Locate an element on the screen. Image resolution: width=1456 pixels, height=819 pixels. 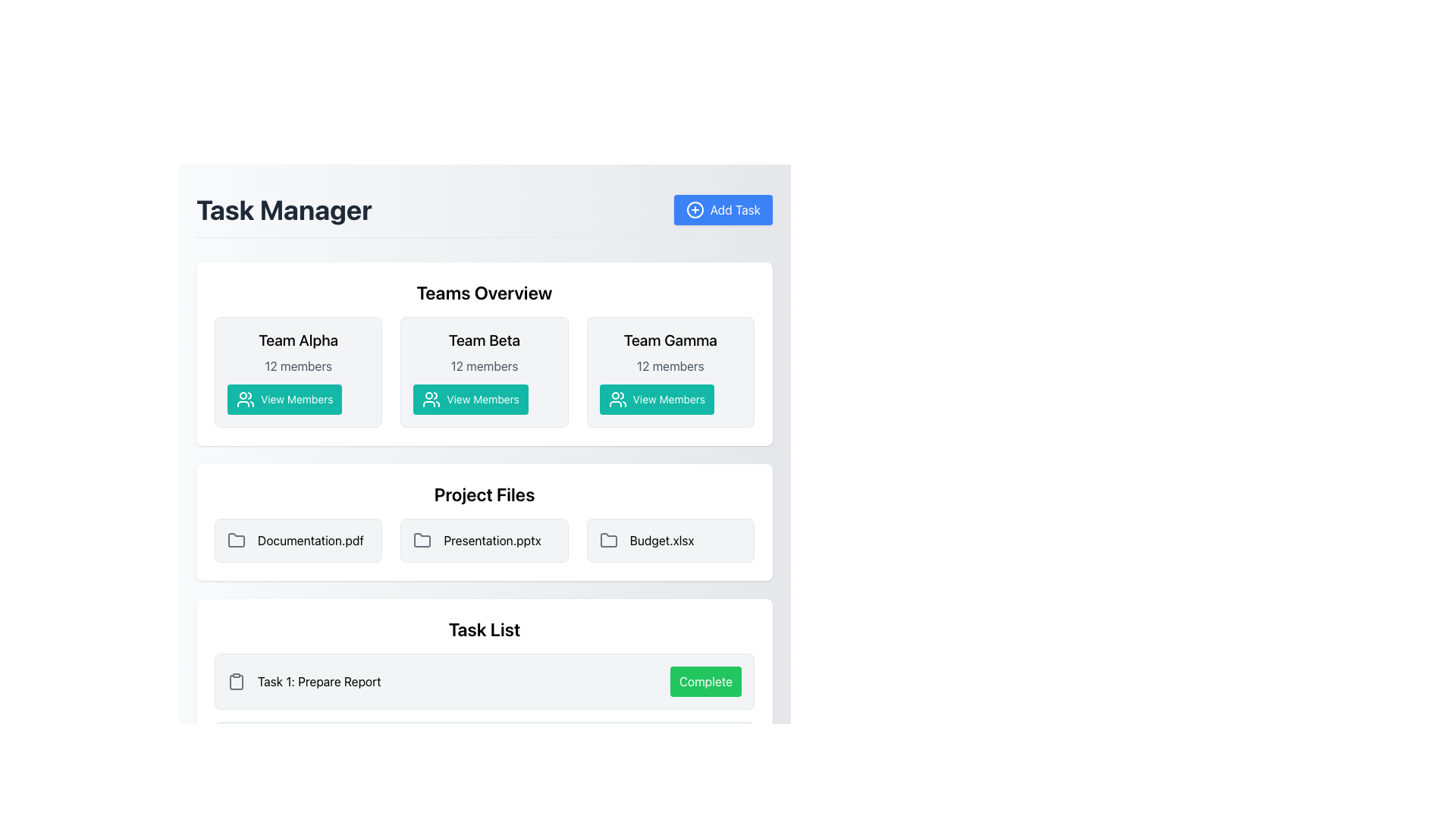
the File item card with the document icon labeled 'Presentation.pptx' located in the 'Project Files' section is located at coordinates (483, 540).